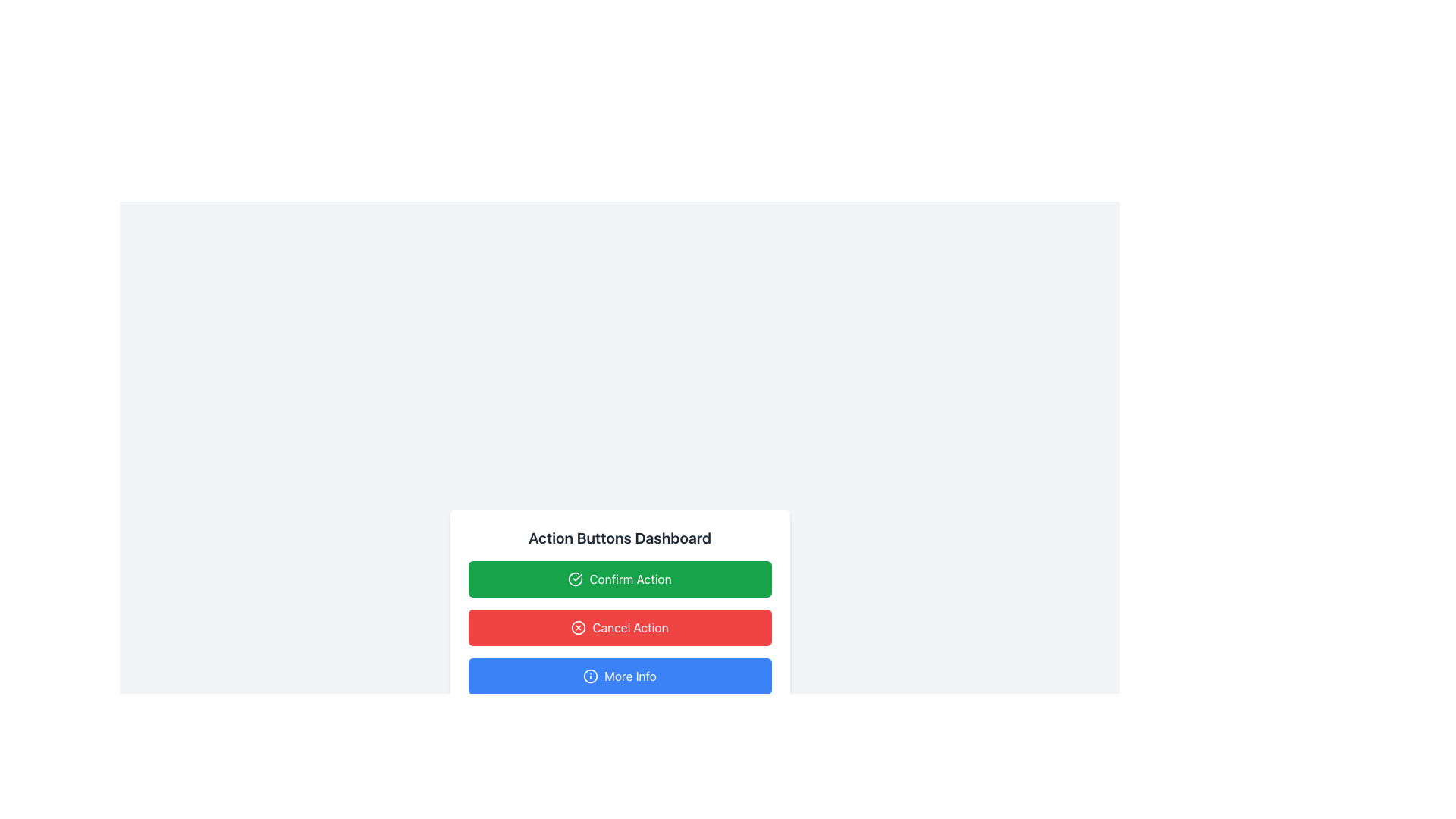 Image resolution: width=1456 pixels, height=819 pixels. Describe the element at coordinates (620, 628) in the screenshot. I see `the Cancel Action button, which has a bright red background and white text, located centrally below the Confirm Action button and above the More Info button` at that location.